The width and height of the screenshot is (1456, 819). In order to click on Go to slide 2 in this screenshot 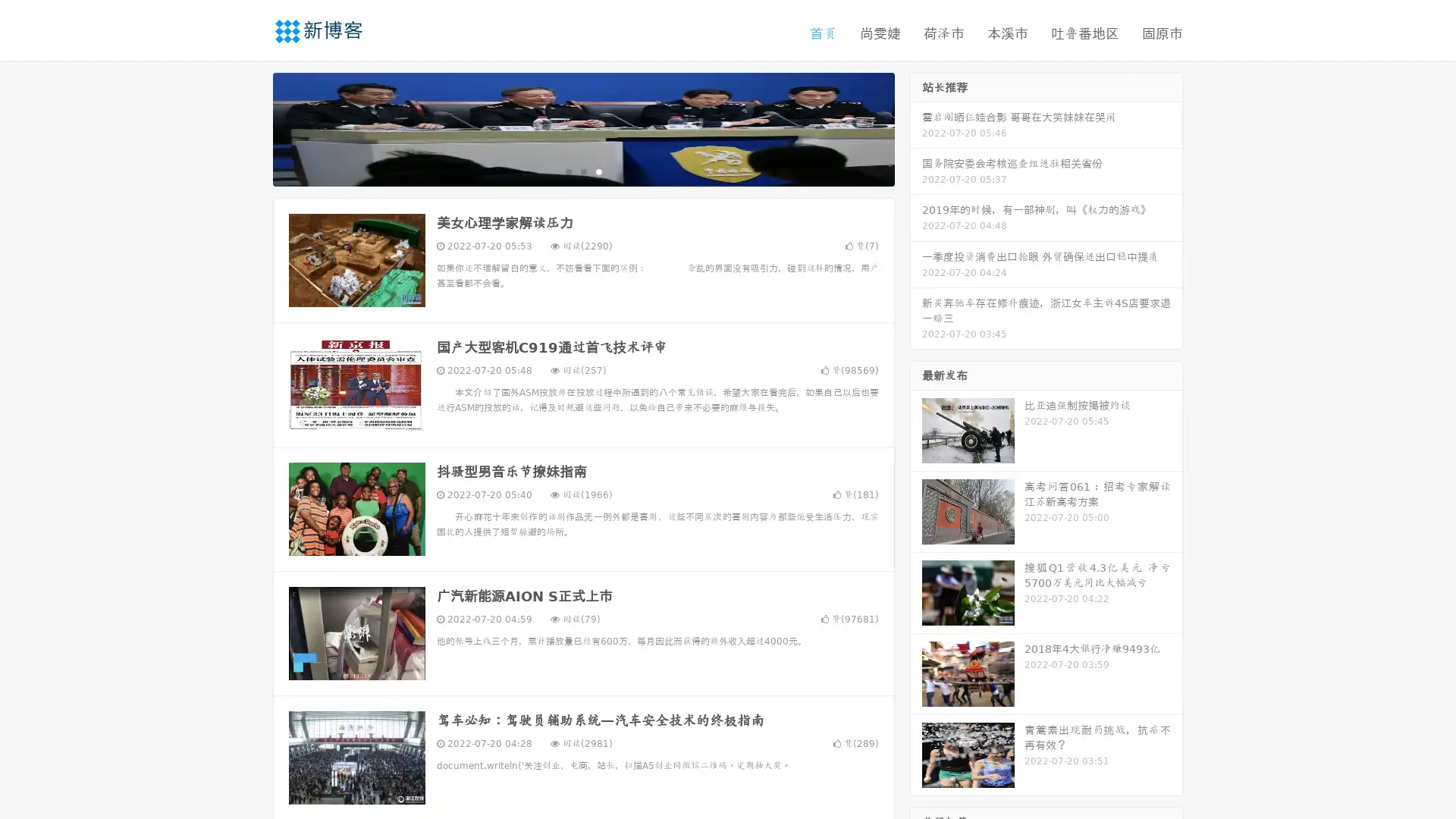, I will do `click(582, 171)`.